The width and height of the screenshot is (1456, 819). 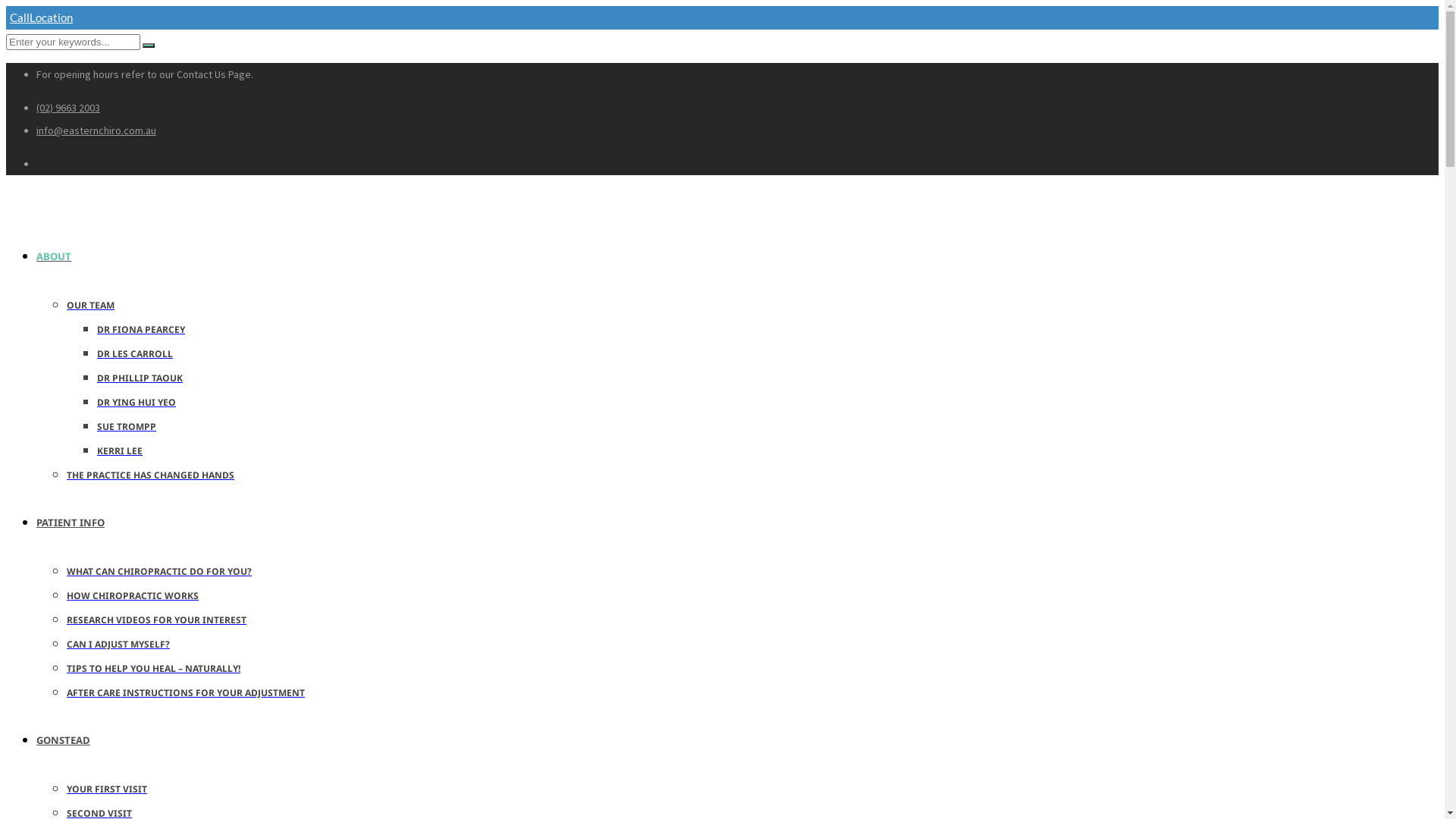 What do you see at coordinates (65, 571) in the screenshot?
I see `'WHAT CAN CHIROPRACTIC DO FOR YOU?'` at bounding box center [65, 571].